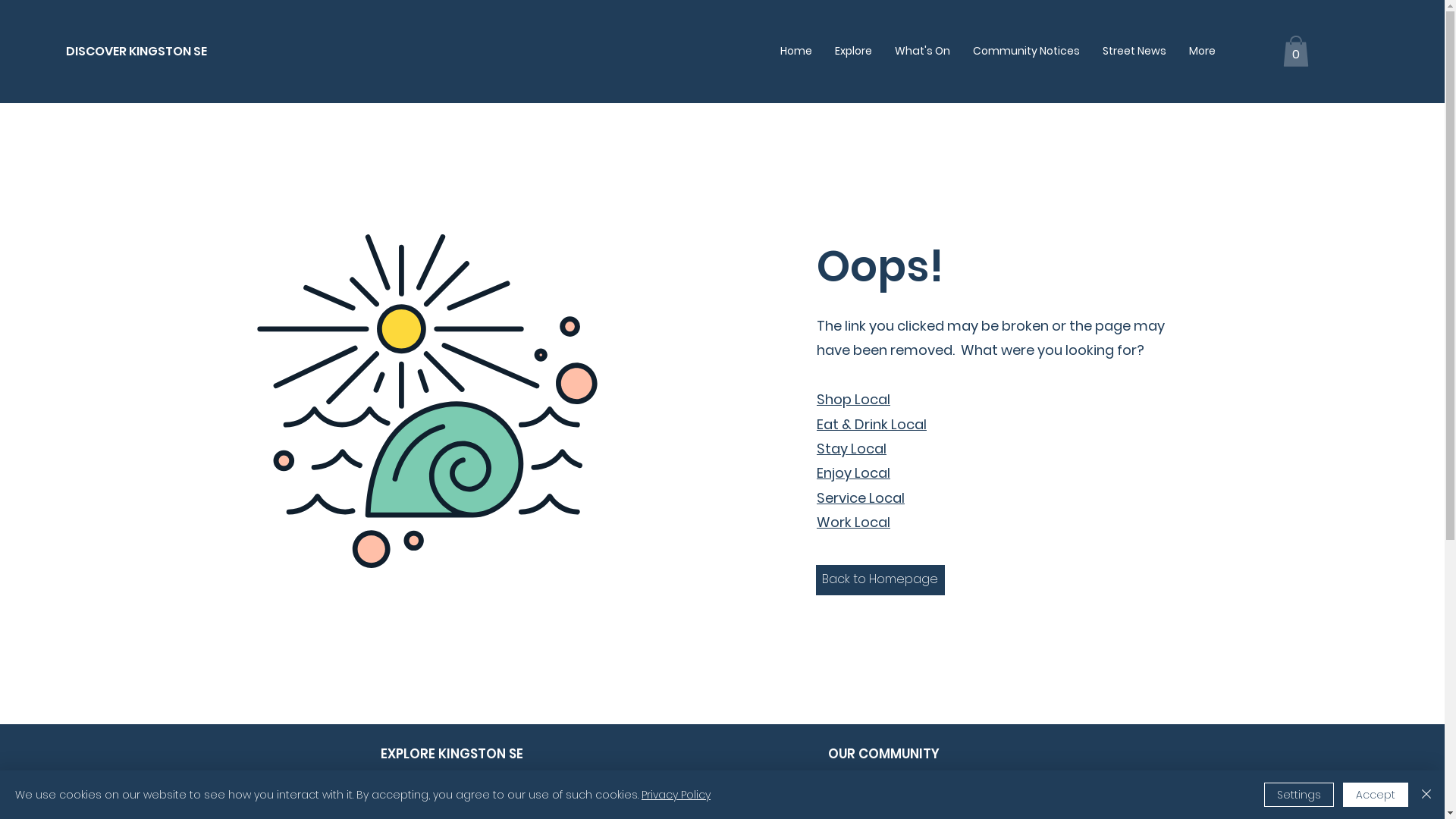 This screenshot has height=819, width=1456. I want to click on '0', so click(1294, 50).